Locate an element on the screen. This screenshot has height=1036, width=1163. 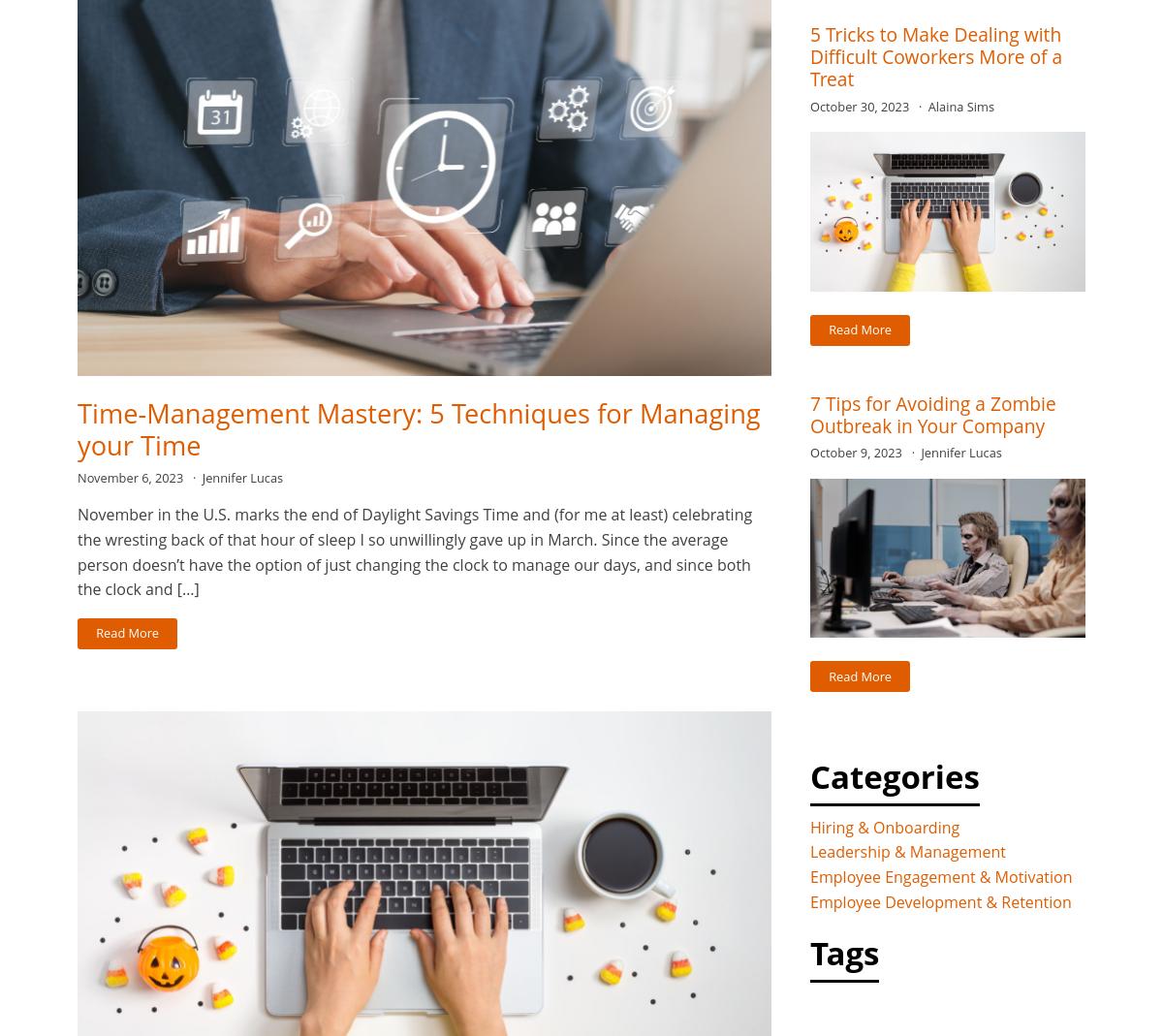
'Employee Development & Retention' is located at coordinates (809, 900).